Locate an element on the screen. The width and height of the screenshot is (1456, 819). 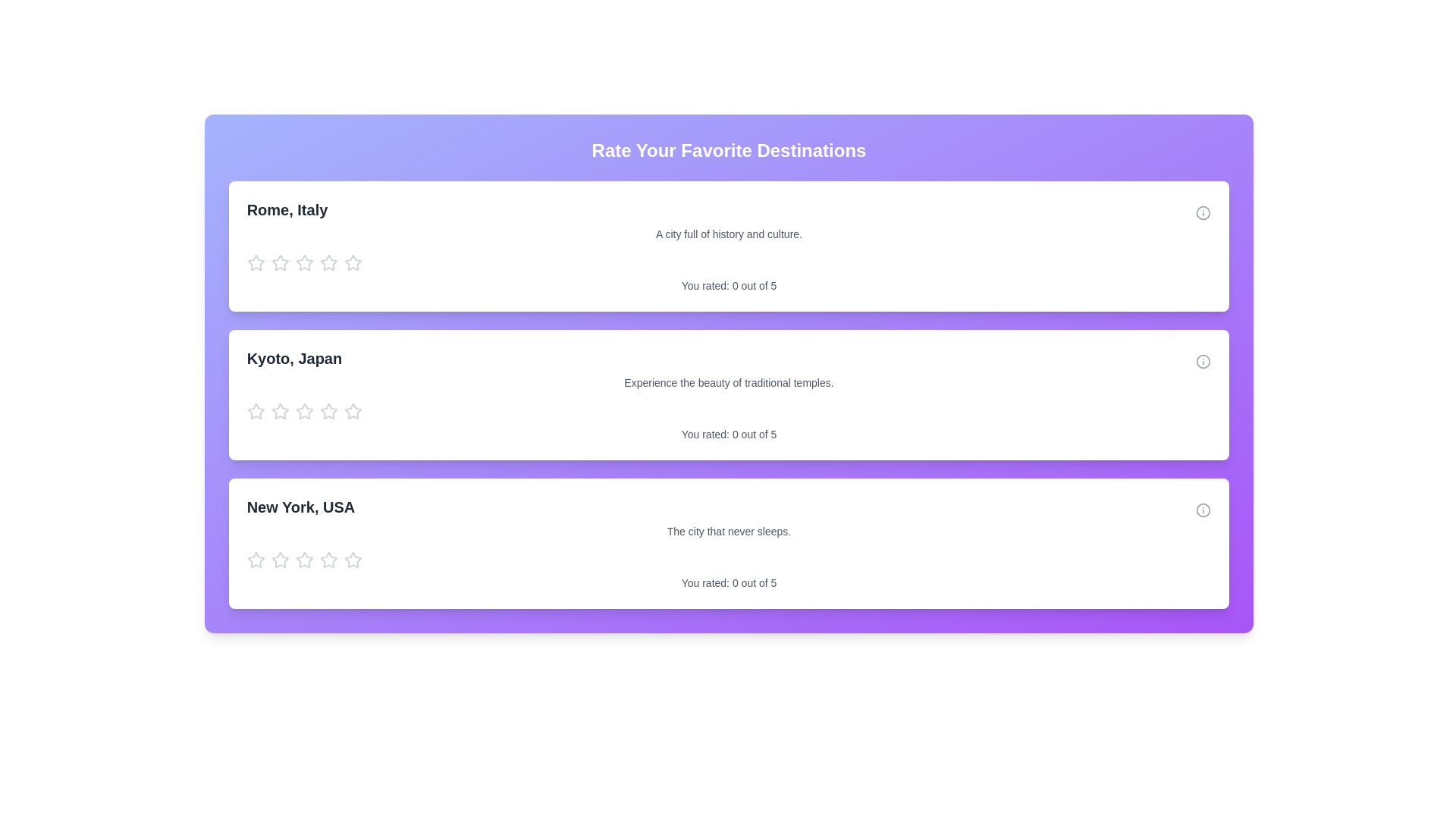
the third interactive star icon in the rating component under the 'Rome, Italy' block to assign a rating is located at coordinates (280, 262).